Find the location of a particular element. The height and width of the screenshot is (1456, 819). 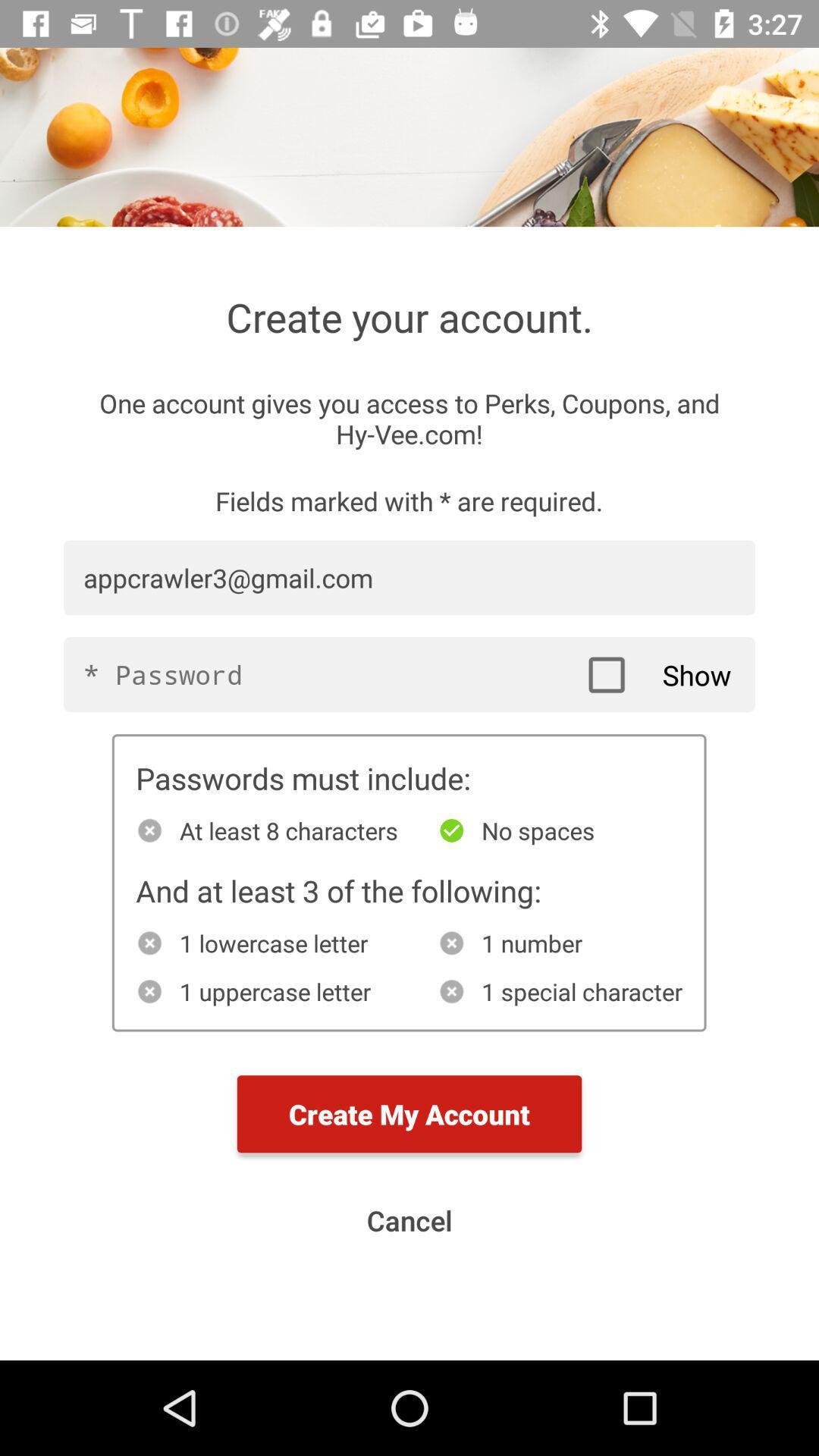

your password is located at coordinates (409, 673).